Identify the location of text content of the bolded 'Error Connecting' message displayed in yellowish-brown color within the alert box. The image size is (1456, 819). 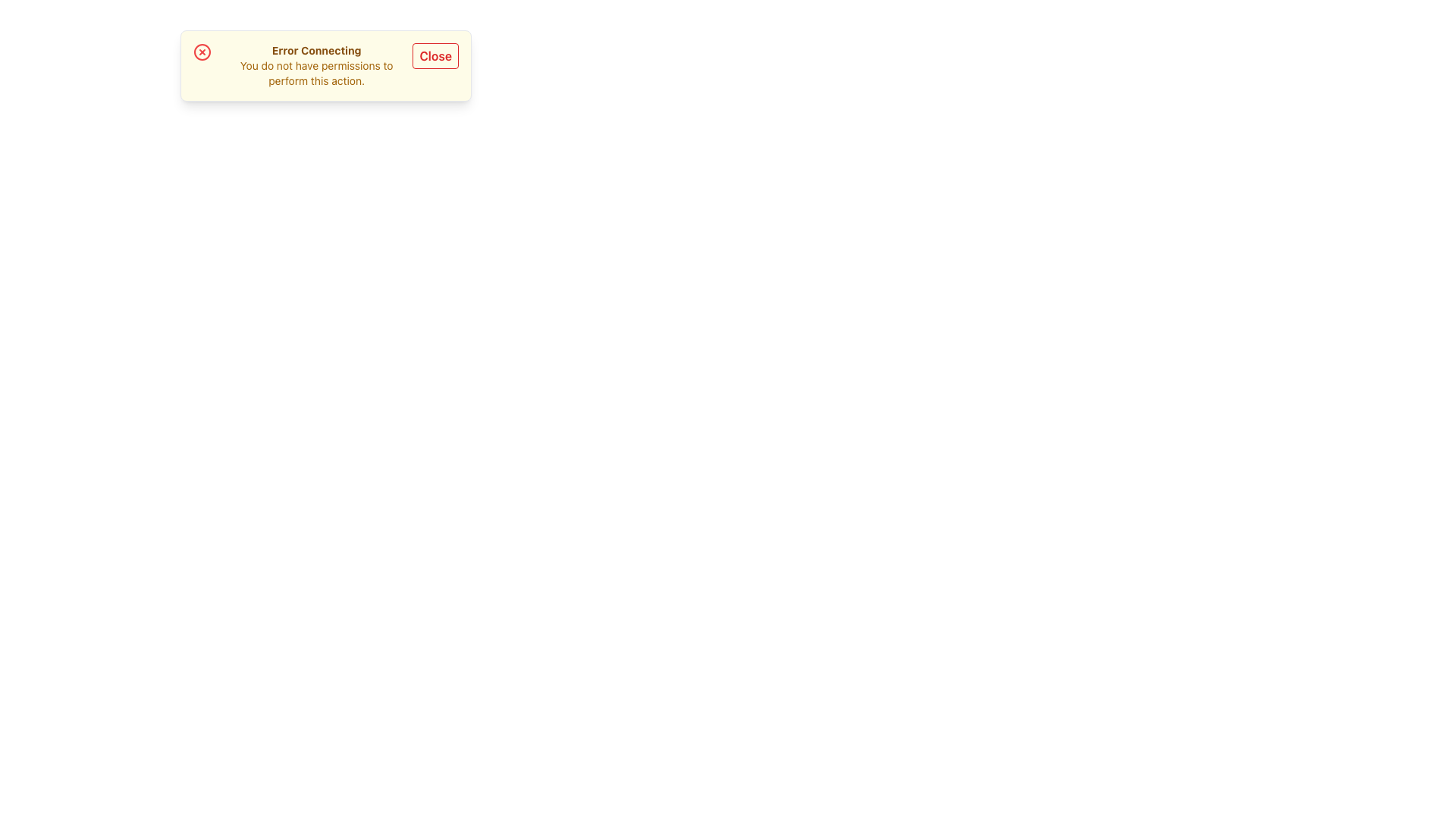
(315, 49).